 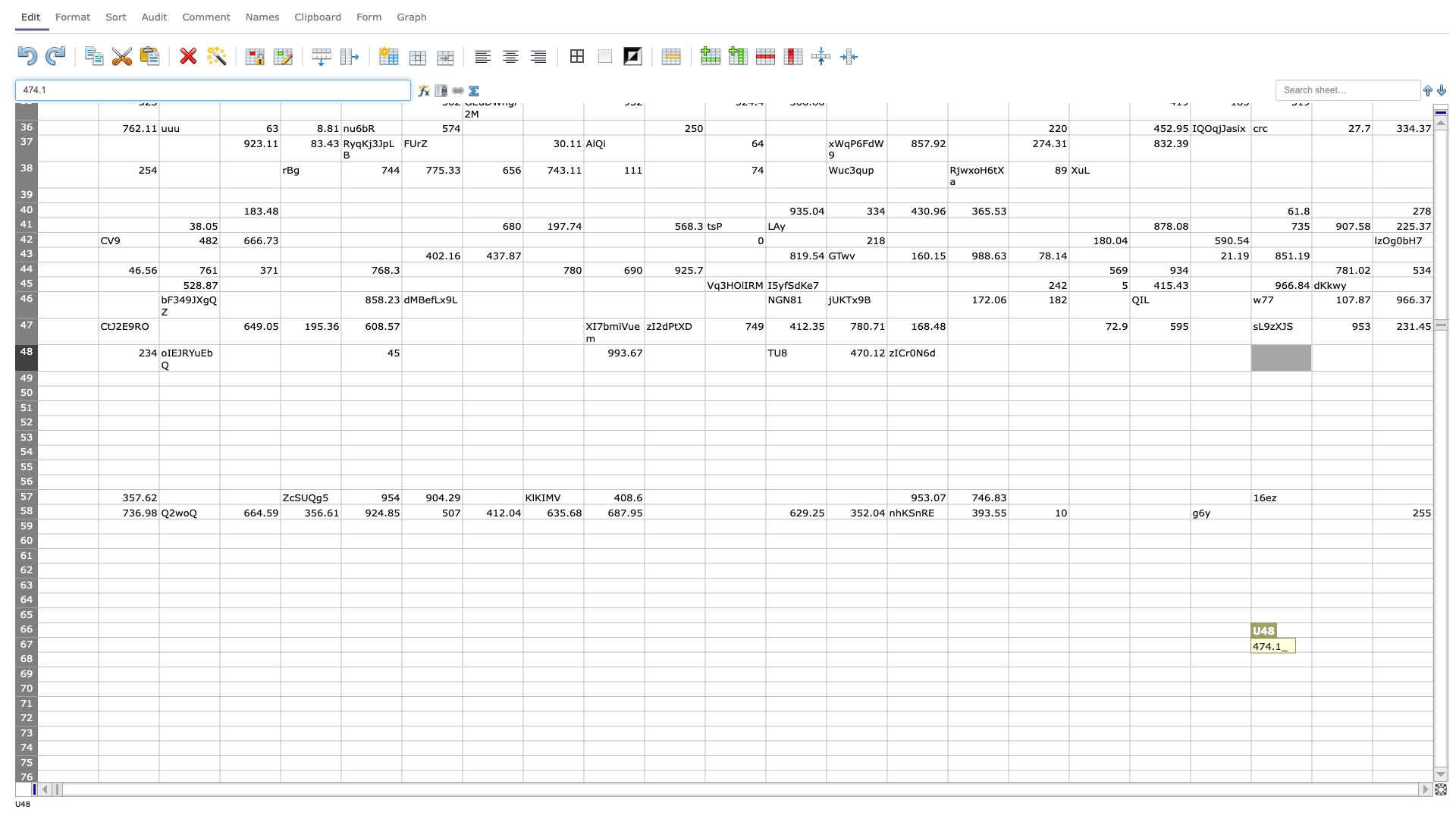 I want to click on Place cursor on bottom right corner of W68, so click(x=1432, y=666).